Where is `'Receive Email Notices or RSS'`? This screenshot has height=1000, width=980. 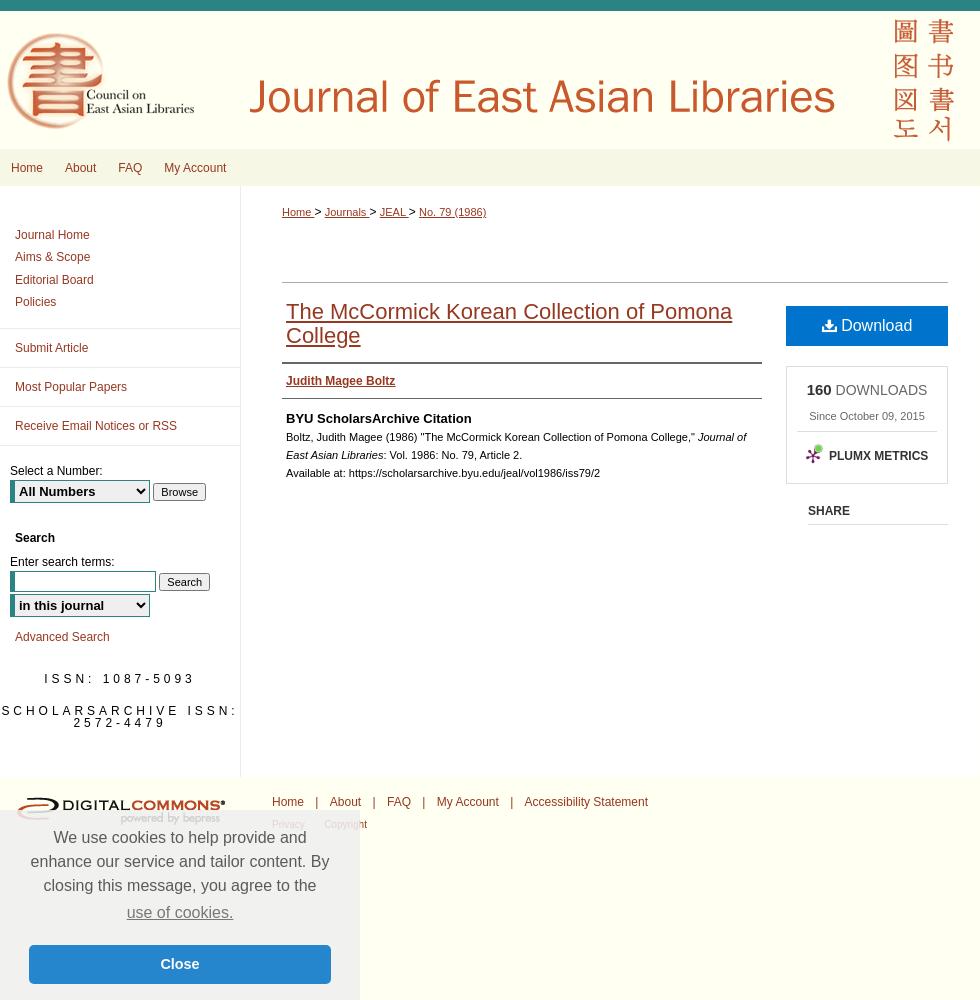
'Receive Email Notices or RSS' is located at coordinates (96, 425).